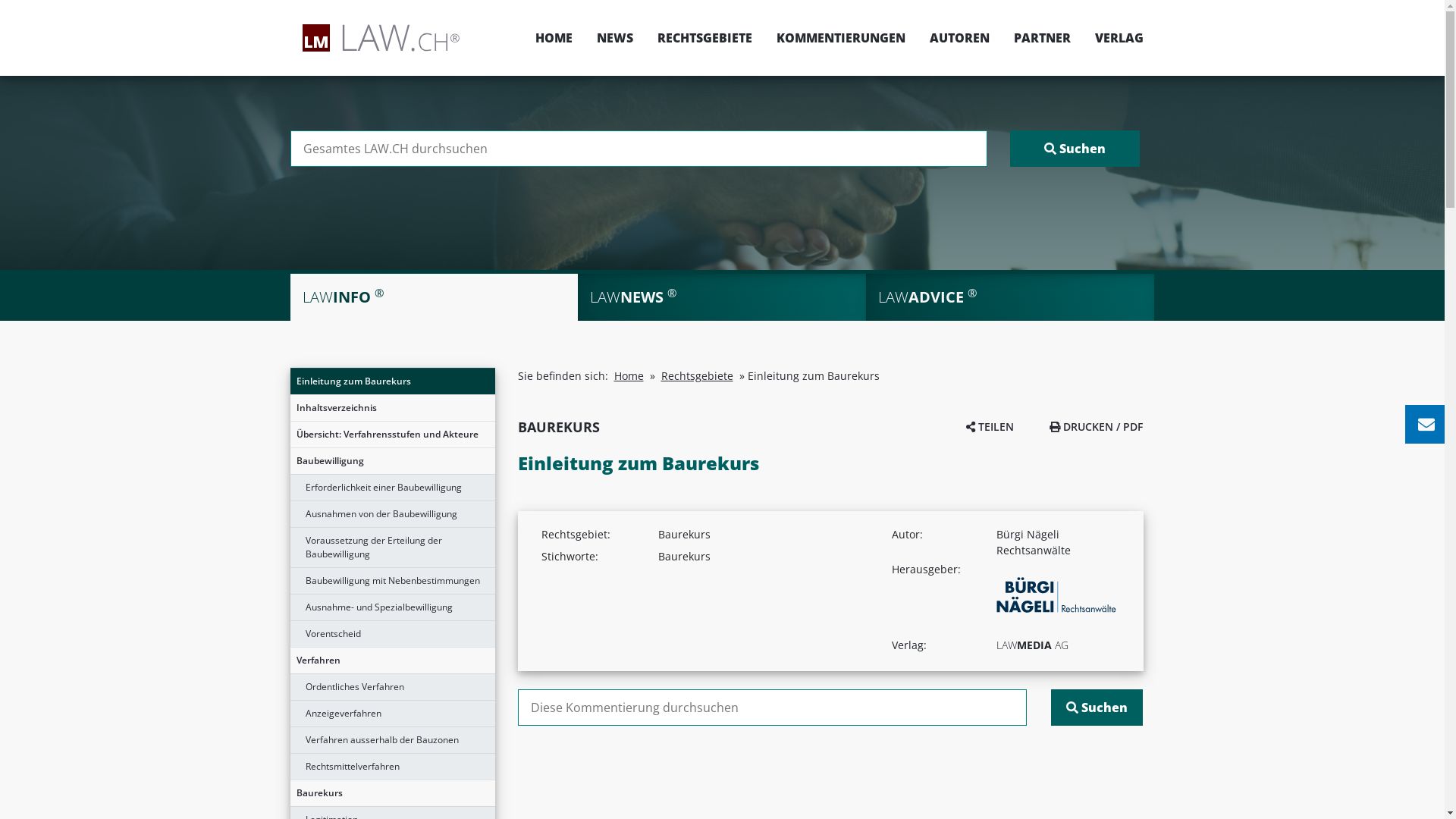 The width and height of the screenshot is (1456, 819). What do you see at coordinates (629, 375) in the screenshot?
I see `'Home'` at bounding box center [629, 375].